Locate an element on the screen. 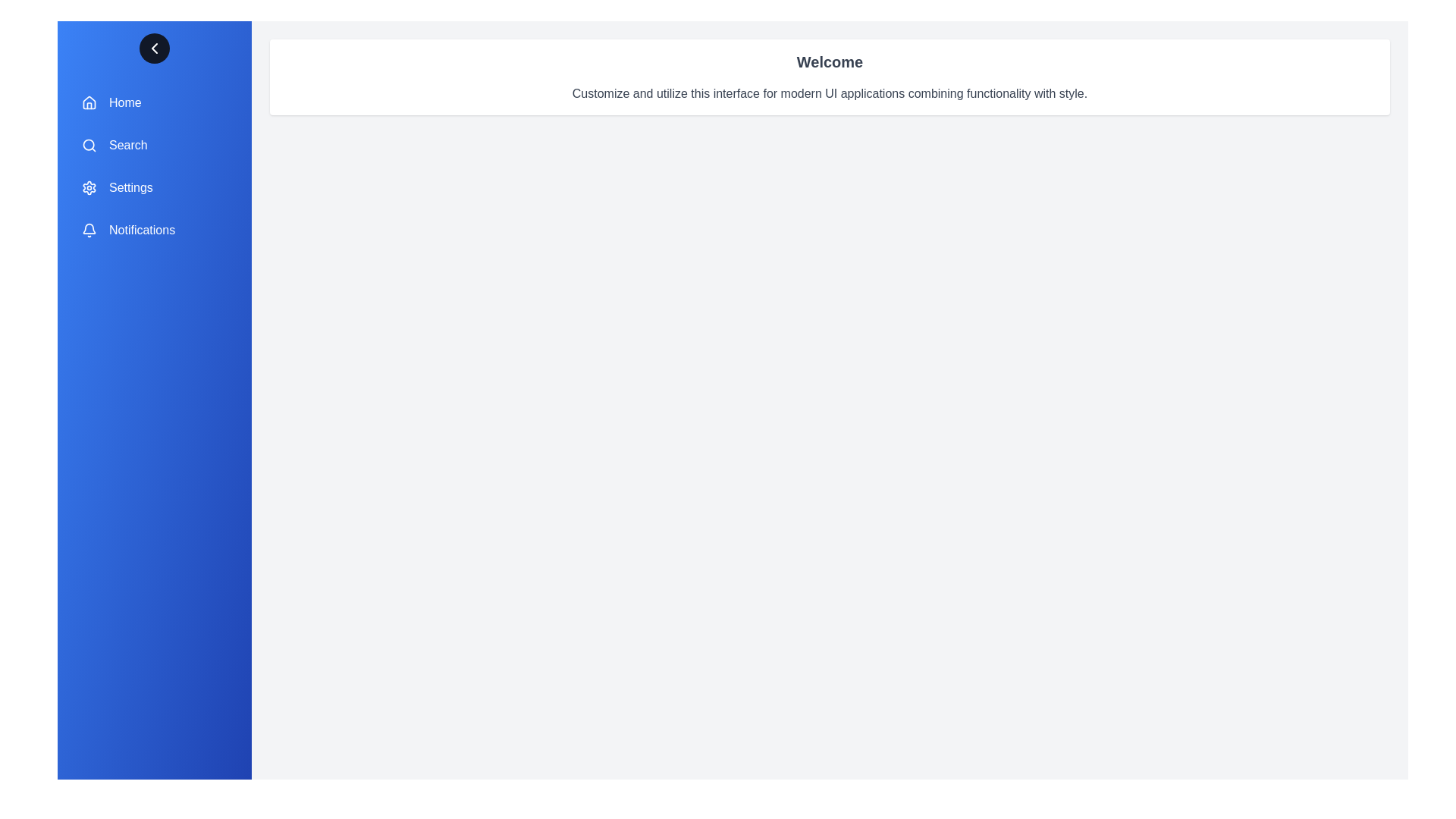 The width and height of the screenshot is (1456, 819). the menu item labeled Home is located at coordinates (154, 102).